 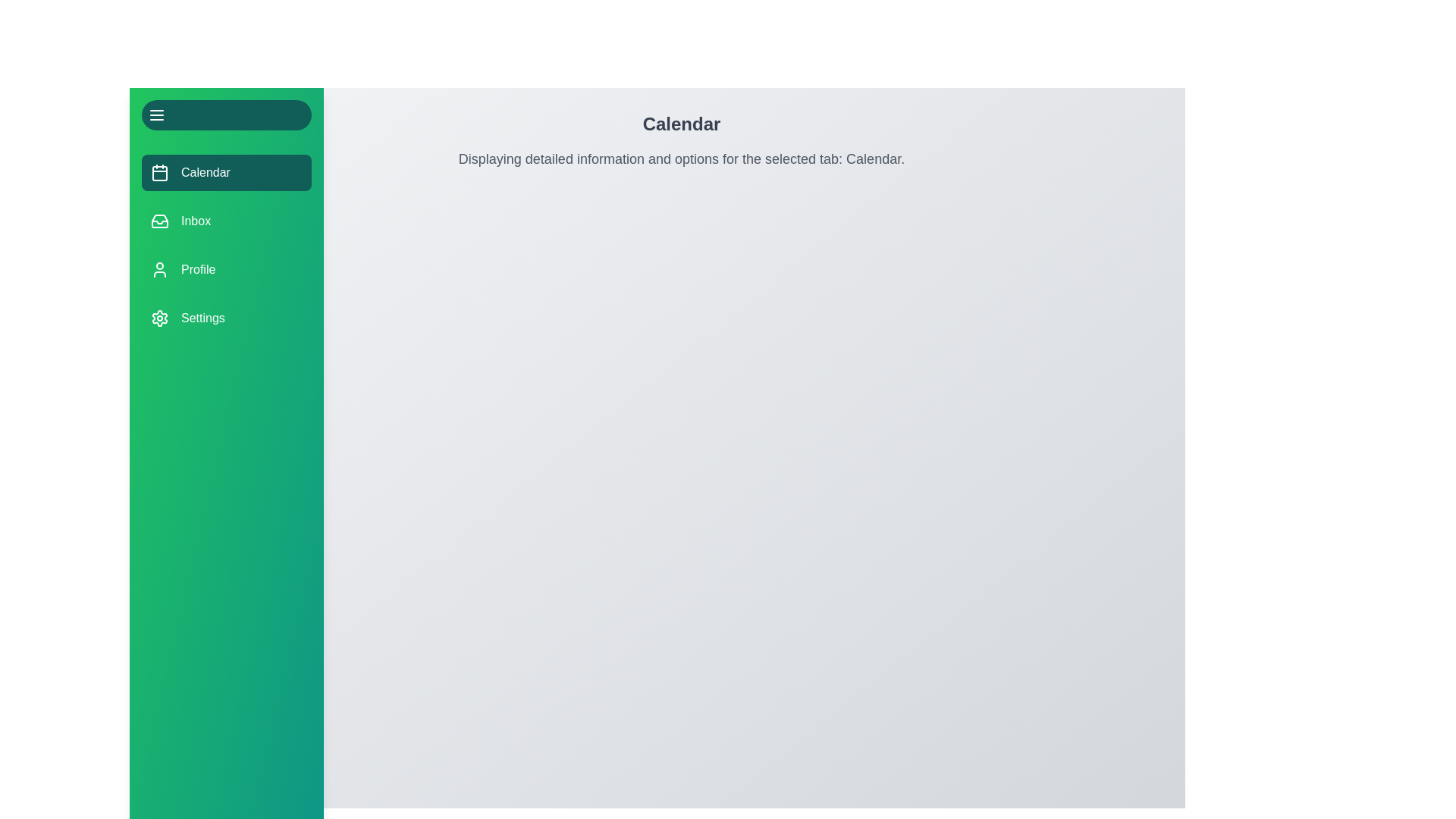 I want to click on the menu button corresponding to Profile to change the active tab, so click(x=225, y=268).